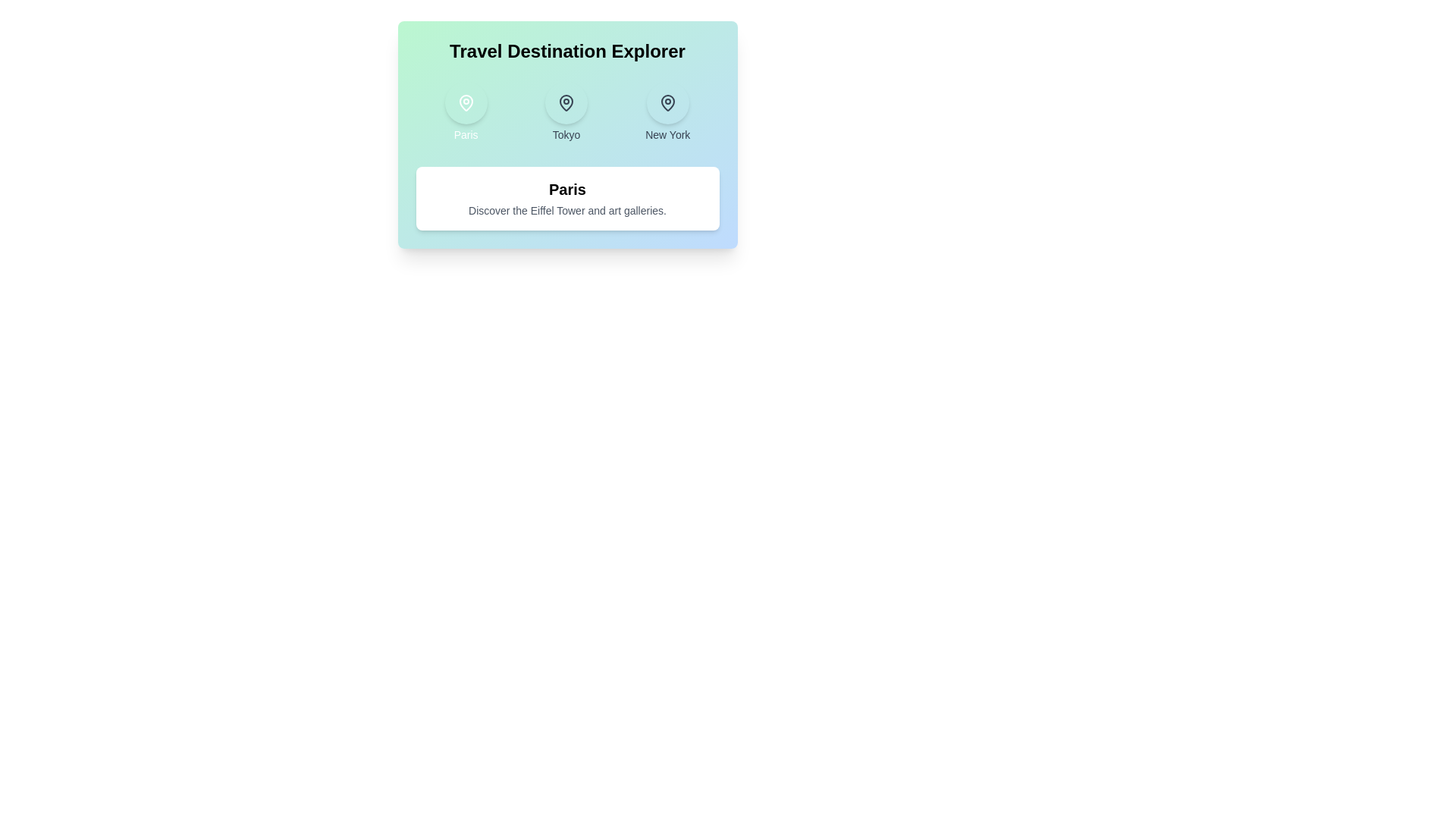 This screenshot has height=819, width=1456. I want to click on the text label for the travel destination 'New York', which is positioned at the bottom of a vertically stacked group and serves as a clickable area, so click(667, 133).